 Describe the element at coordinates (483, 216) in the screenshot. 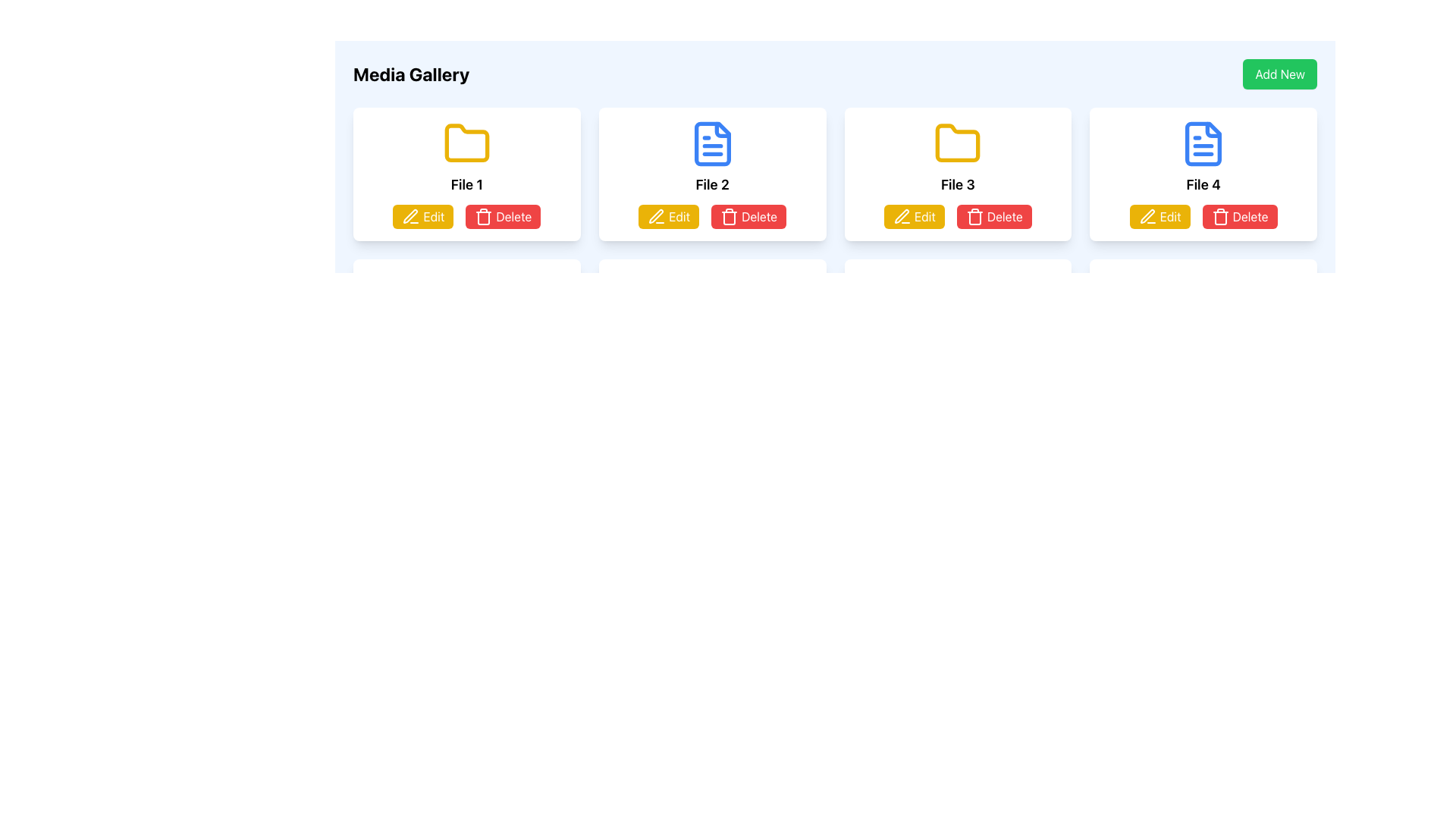

I see `the 'Delete' icon located within the 'Delete' button at the bottom right corner of the card labeled 'File 1'` at that location.